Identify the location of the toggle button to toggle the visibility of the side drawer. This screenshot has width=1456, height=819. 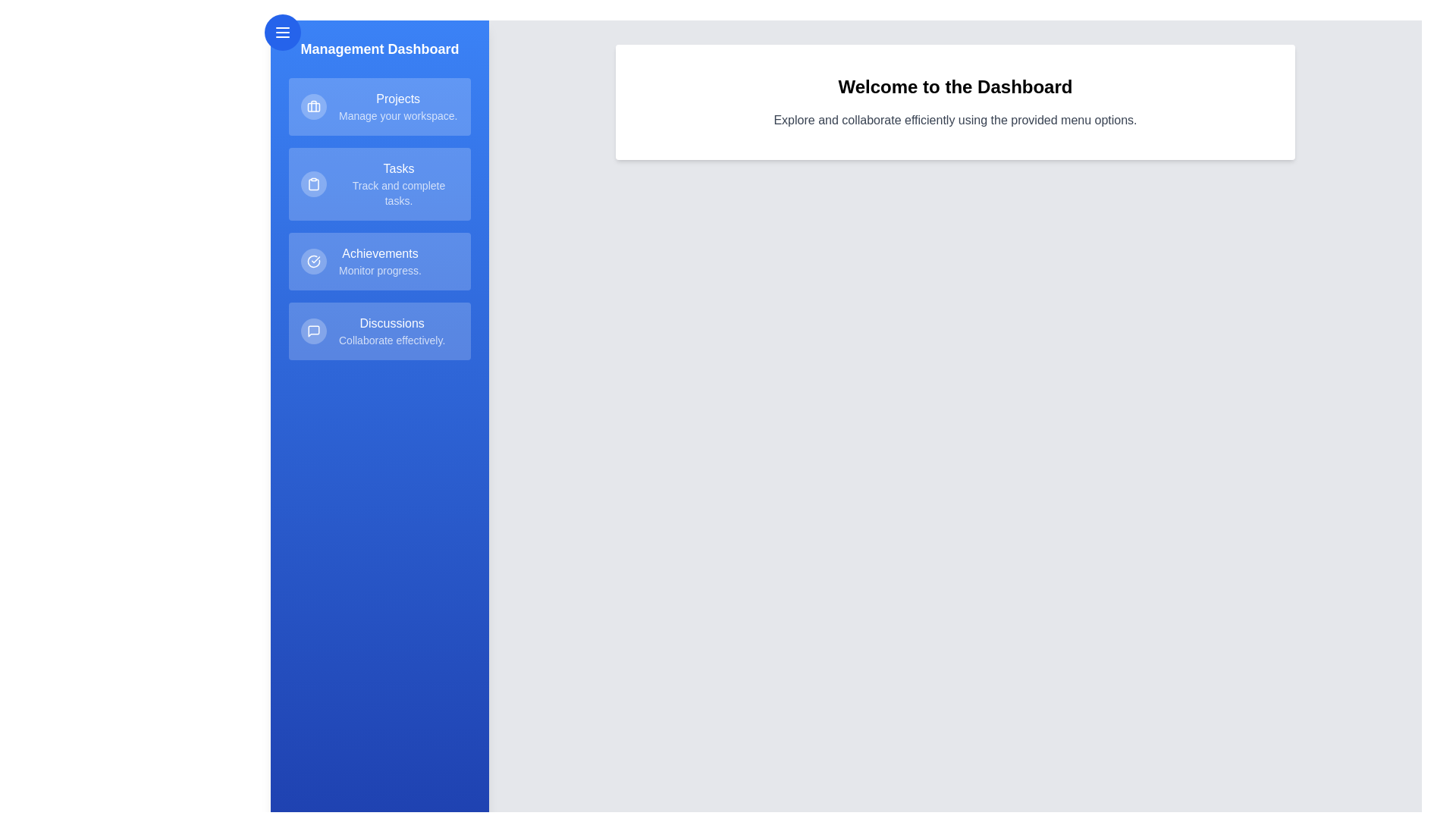
(283, 32).